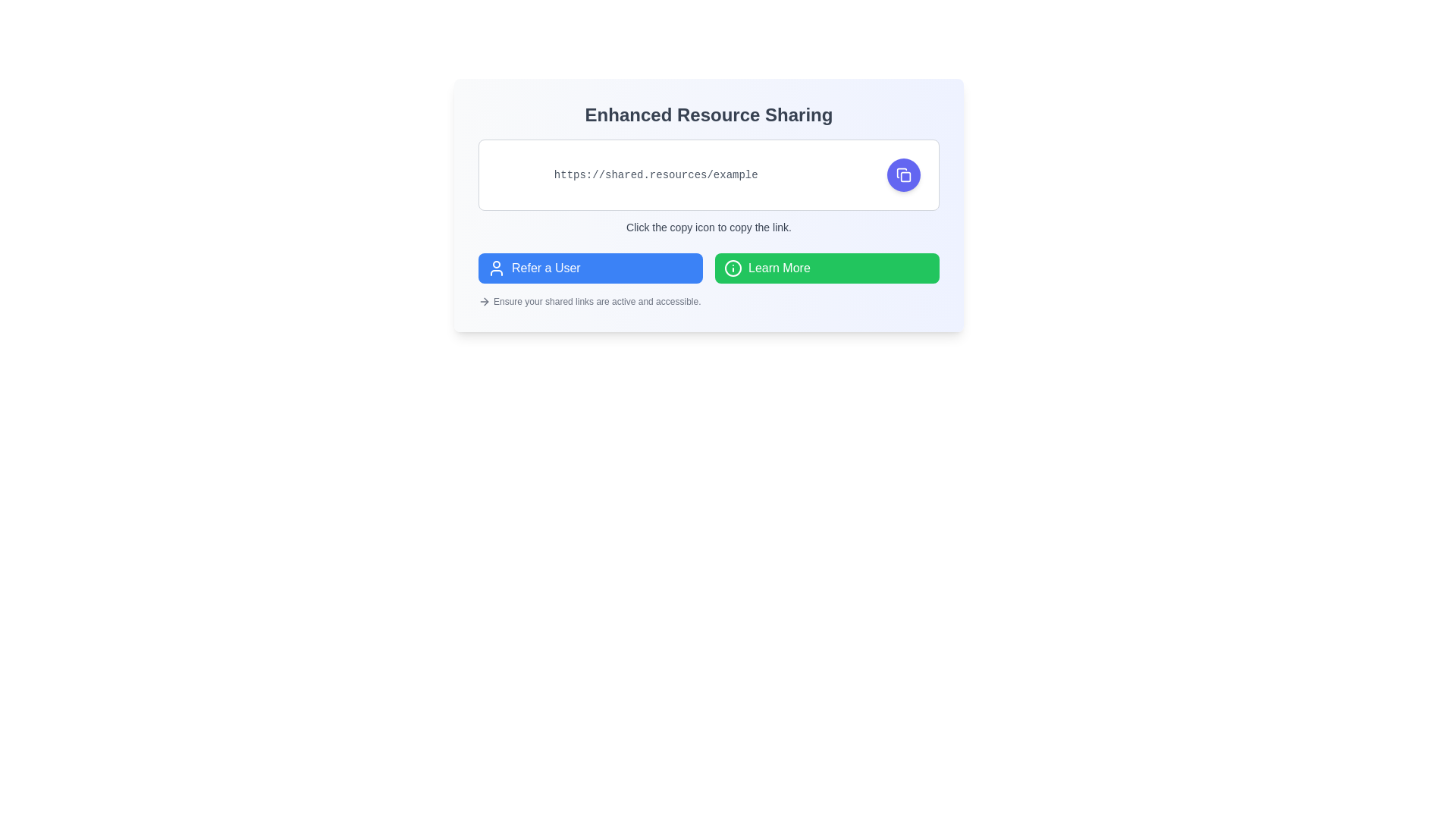 The height and width of the screenshot is (819, 1456). I want to click on the rectangular Graphic SVG component with rounded corners located within the 'lucide-copy' icon in the toolbar on the far-right side, so click(905, 176).